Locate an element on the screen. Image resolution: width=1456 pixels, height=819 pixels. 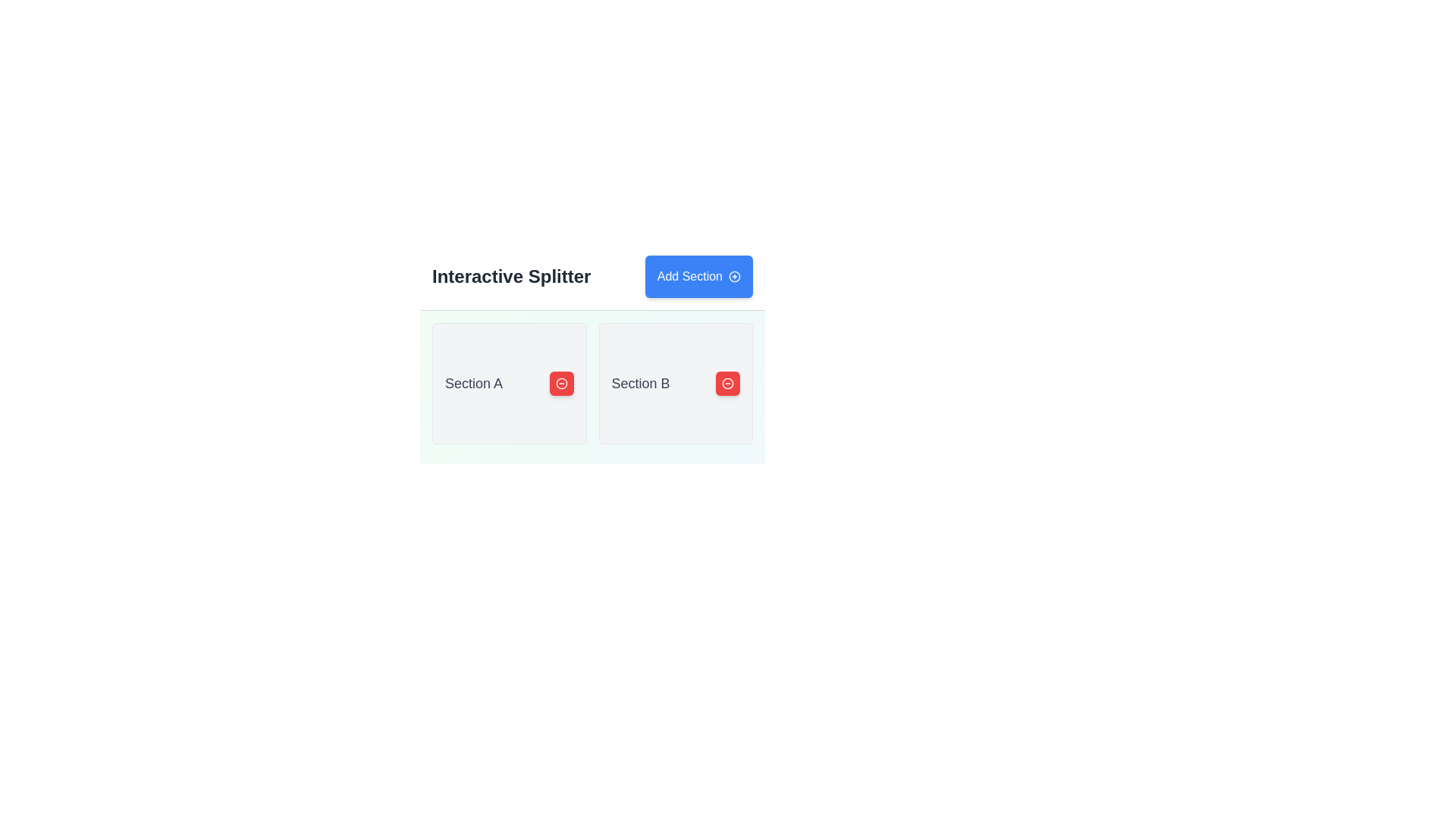
the button on the right side of 'Section B' is located at coordinates (728, 382).